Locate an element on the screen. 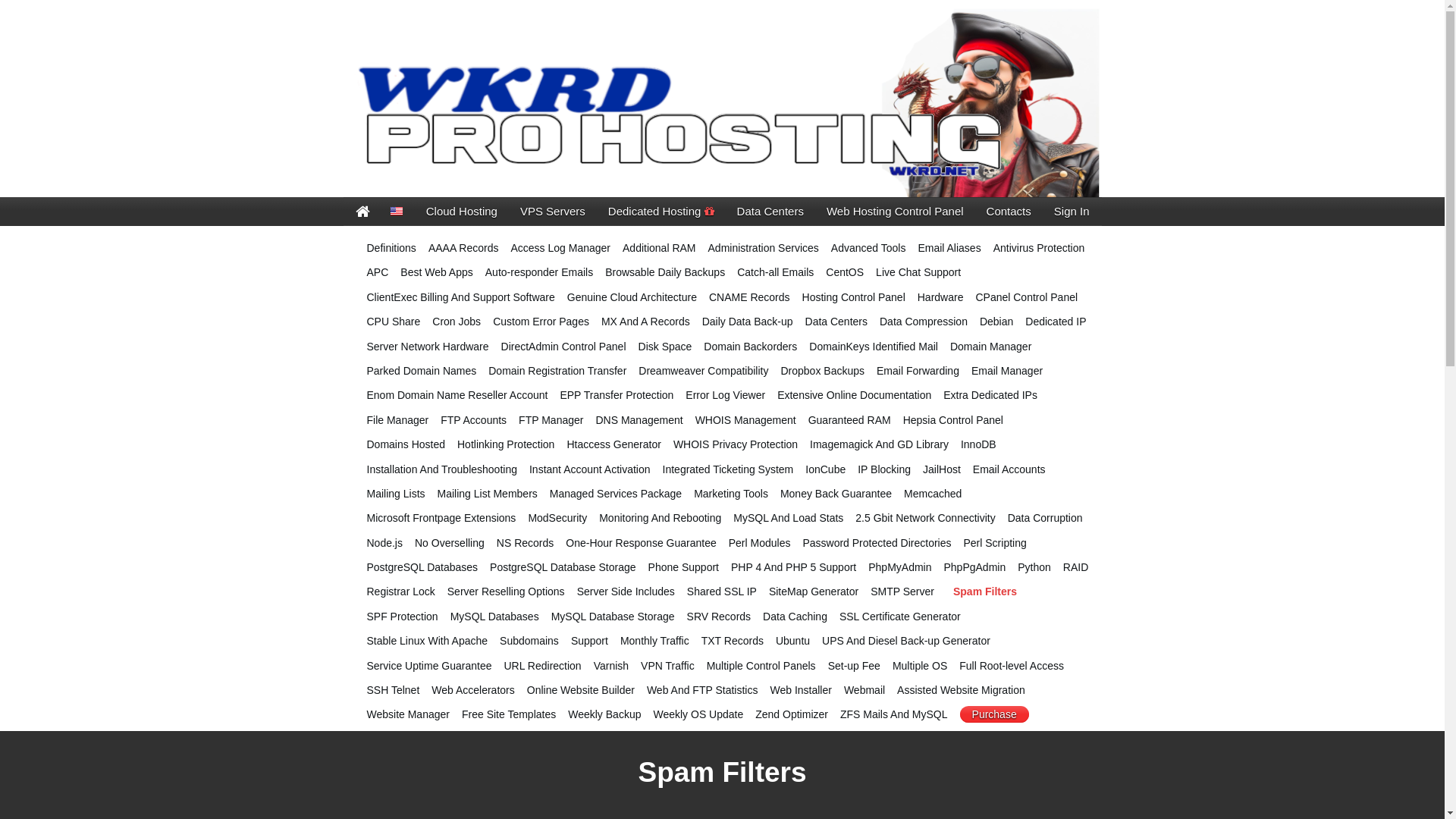  'InnoDB' is located at coordinates (978, 444).